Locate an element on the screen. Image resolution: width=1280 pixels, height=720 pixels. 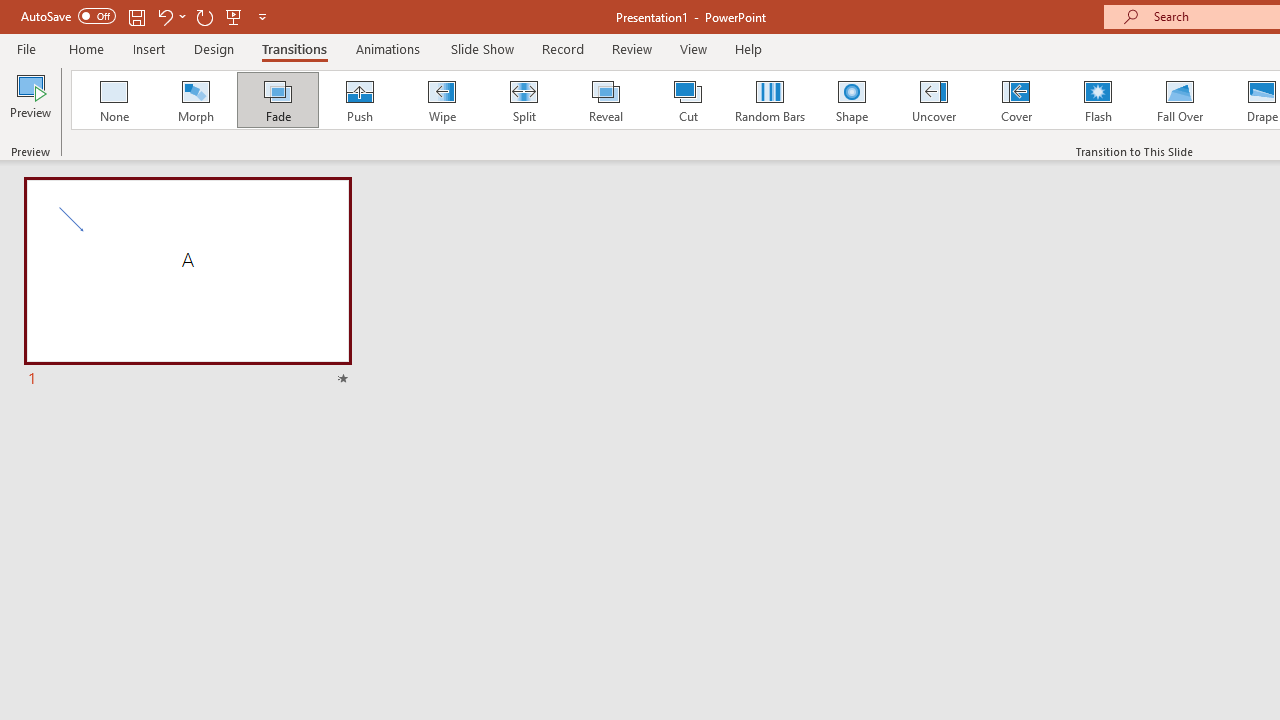
'None' is located at coordinates (112, 100).